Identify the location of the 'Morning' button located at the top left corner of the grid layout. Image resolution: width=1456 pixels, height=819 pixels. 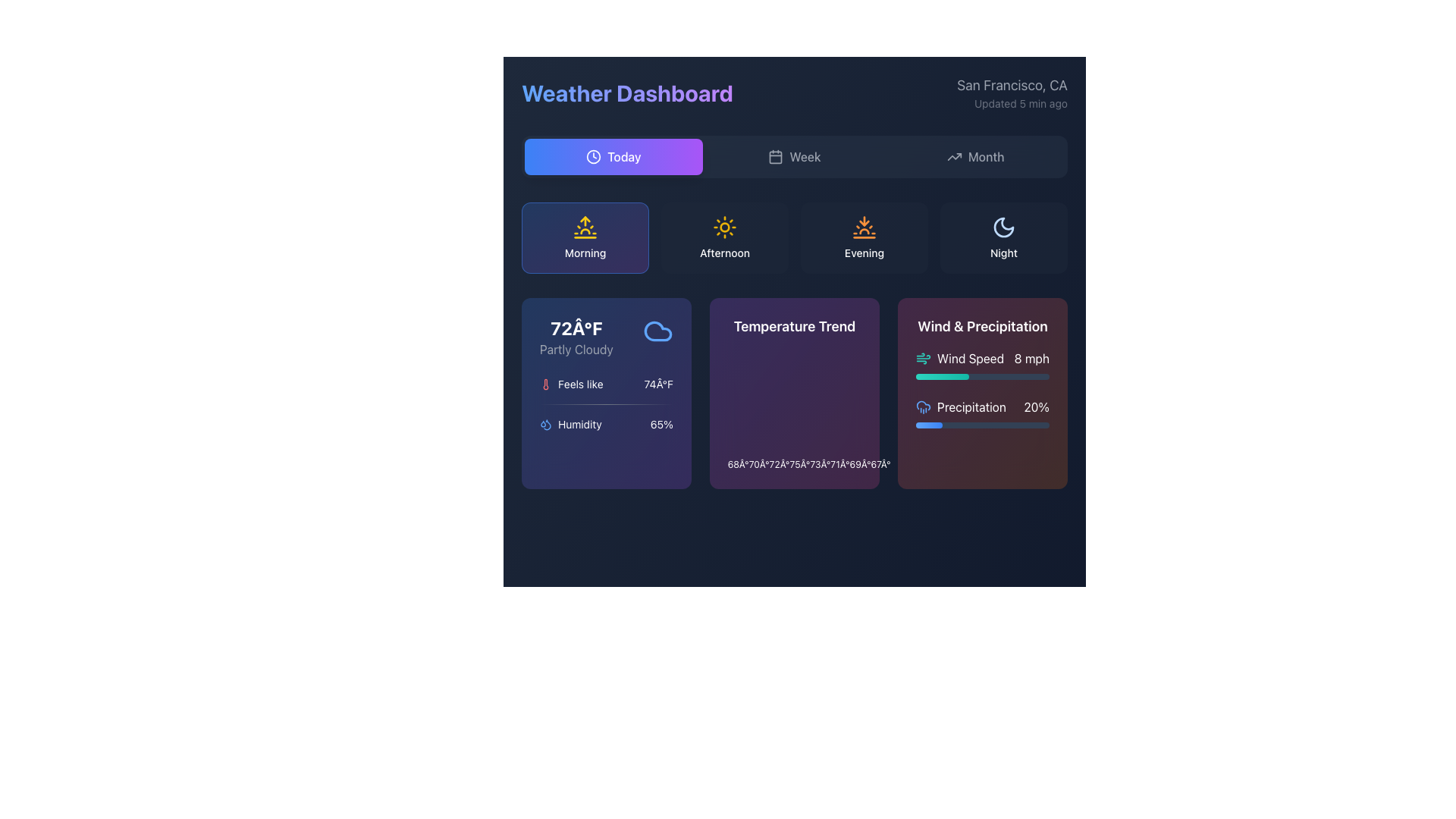
(585, 237).